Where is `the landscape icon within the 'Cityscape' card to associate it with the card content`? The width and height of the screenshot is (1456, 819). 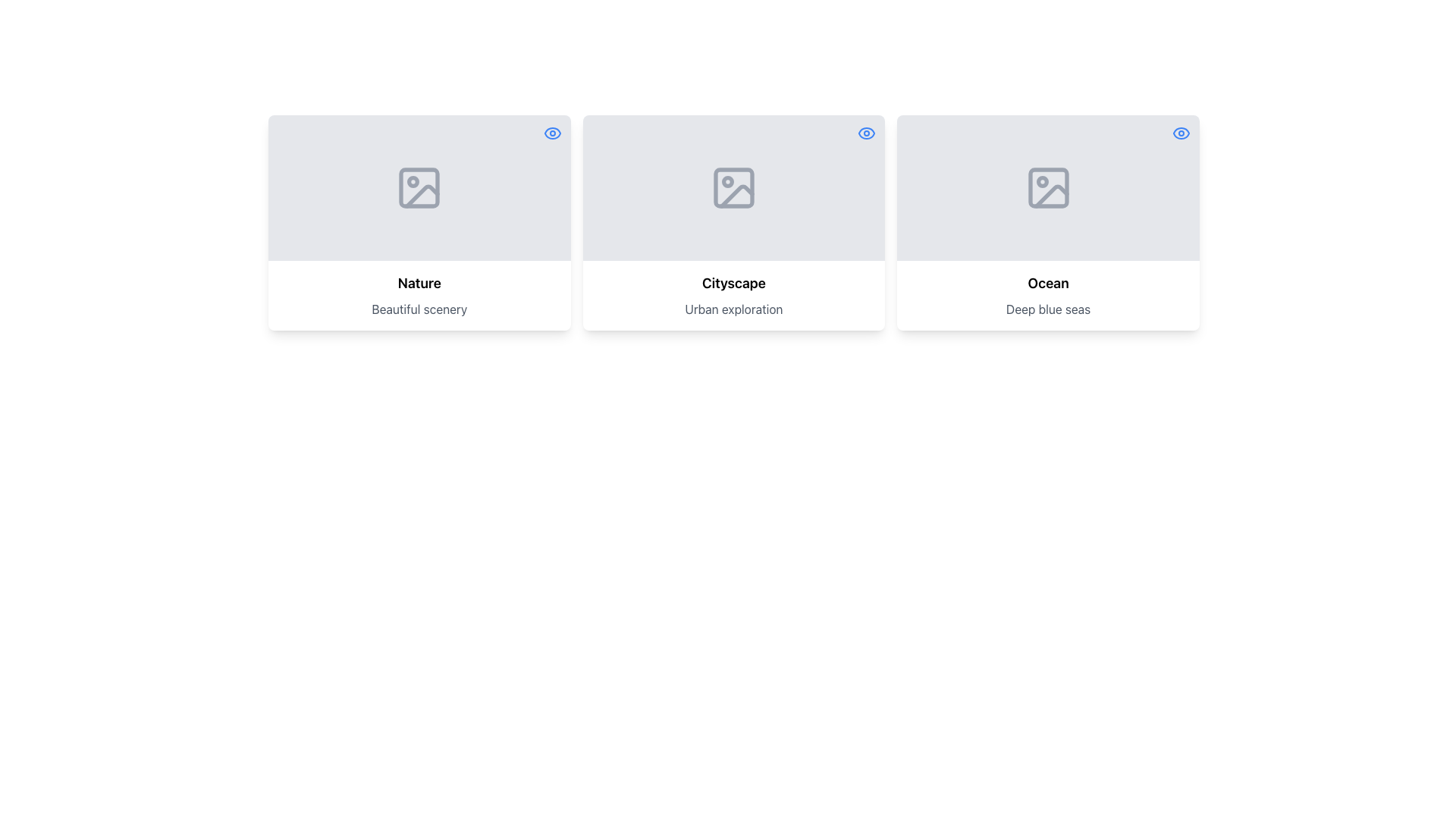
the landscape icon within the 'Cityscape' card to associate it with the card content is located at coordinates (734, 187).